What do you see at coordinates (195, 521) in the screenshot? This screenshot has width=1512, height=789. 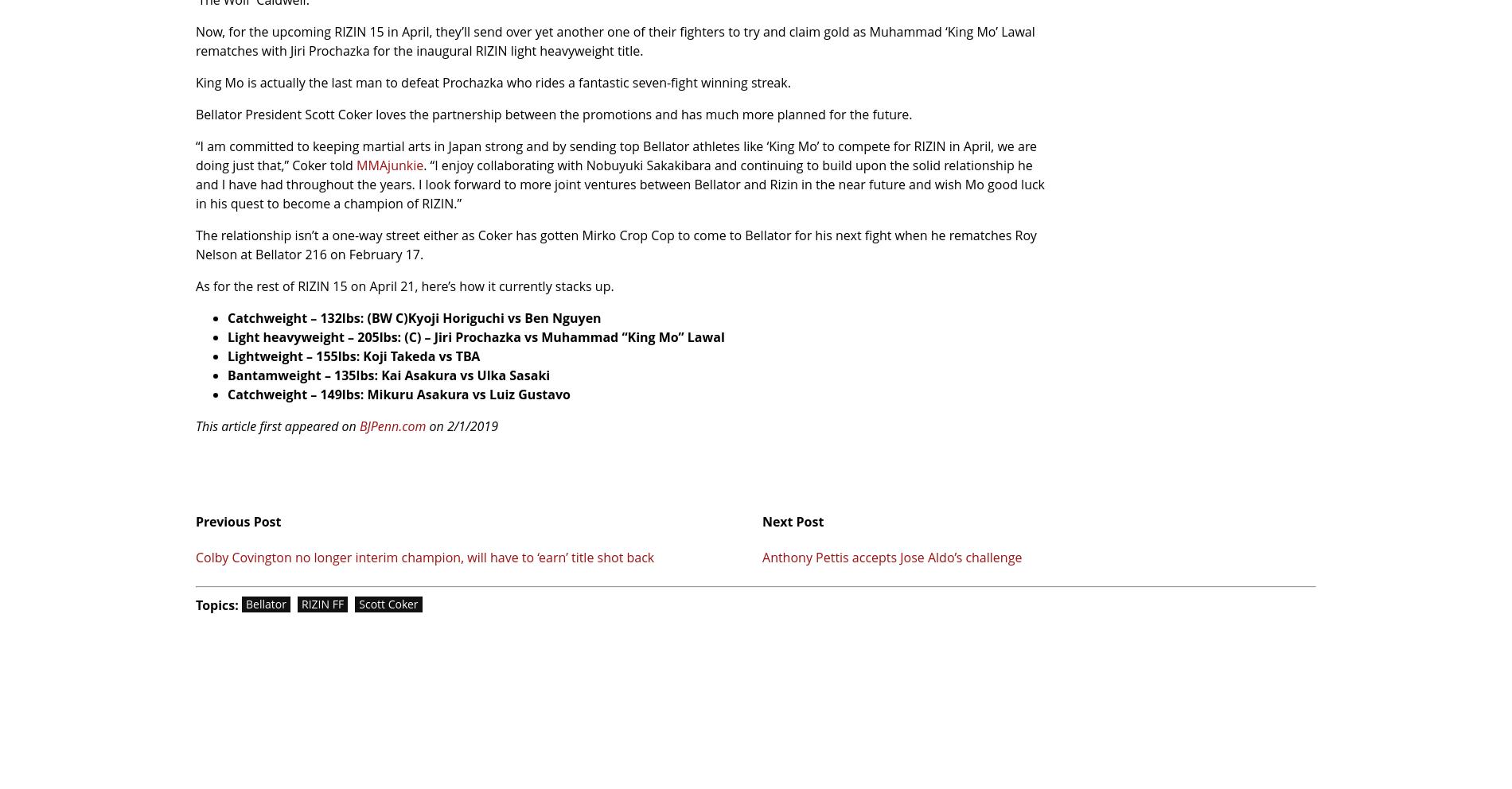 I see `'Previous Post'` at bounding box center [195, 521].